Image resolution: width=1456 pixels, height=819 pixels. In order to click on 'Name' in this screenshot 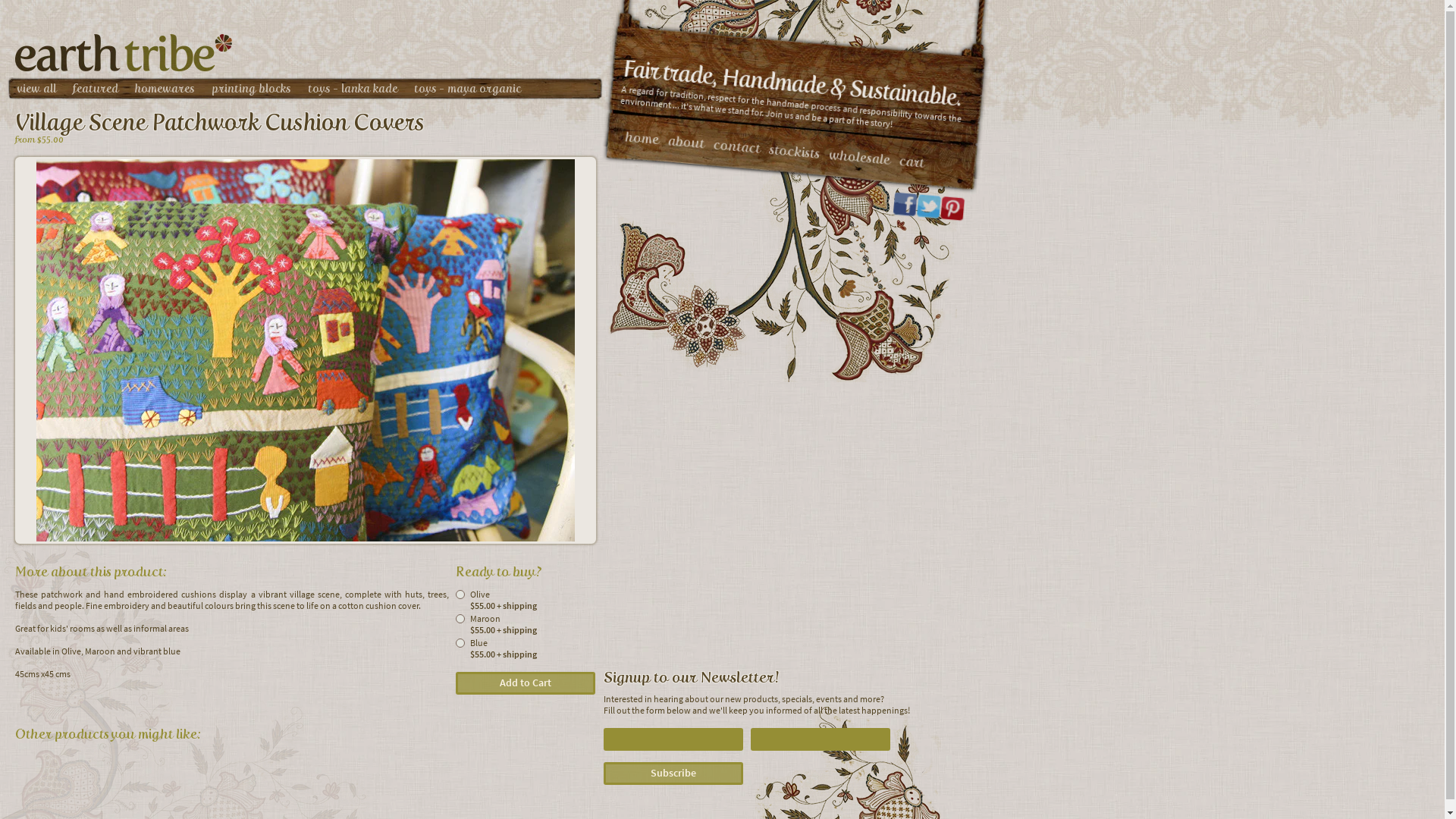, I will do `click(673, 739)`.